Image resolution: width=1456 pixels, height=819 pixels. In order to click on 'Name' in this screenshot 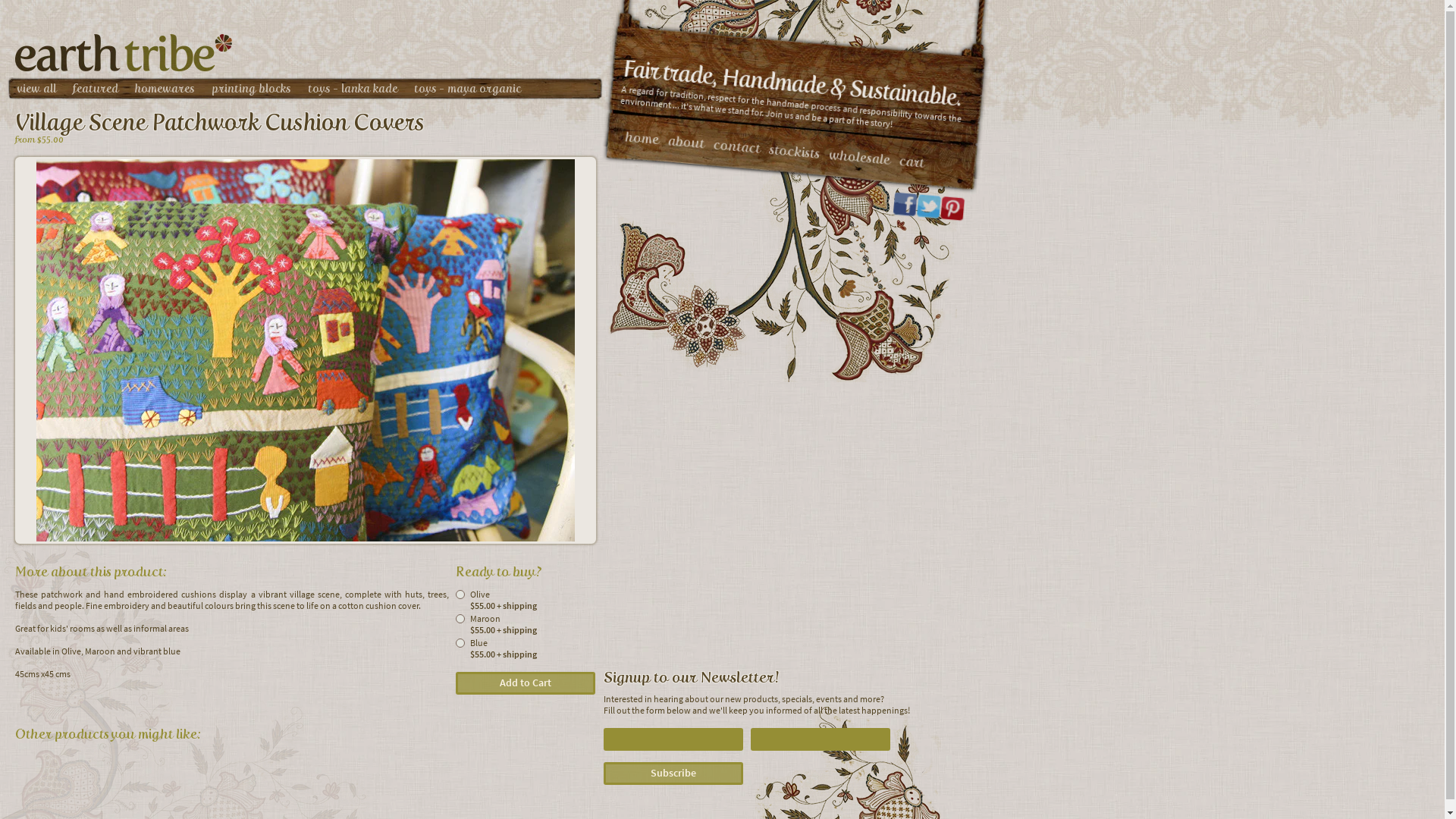, I will do `click(673, 739)`.